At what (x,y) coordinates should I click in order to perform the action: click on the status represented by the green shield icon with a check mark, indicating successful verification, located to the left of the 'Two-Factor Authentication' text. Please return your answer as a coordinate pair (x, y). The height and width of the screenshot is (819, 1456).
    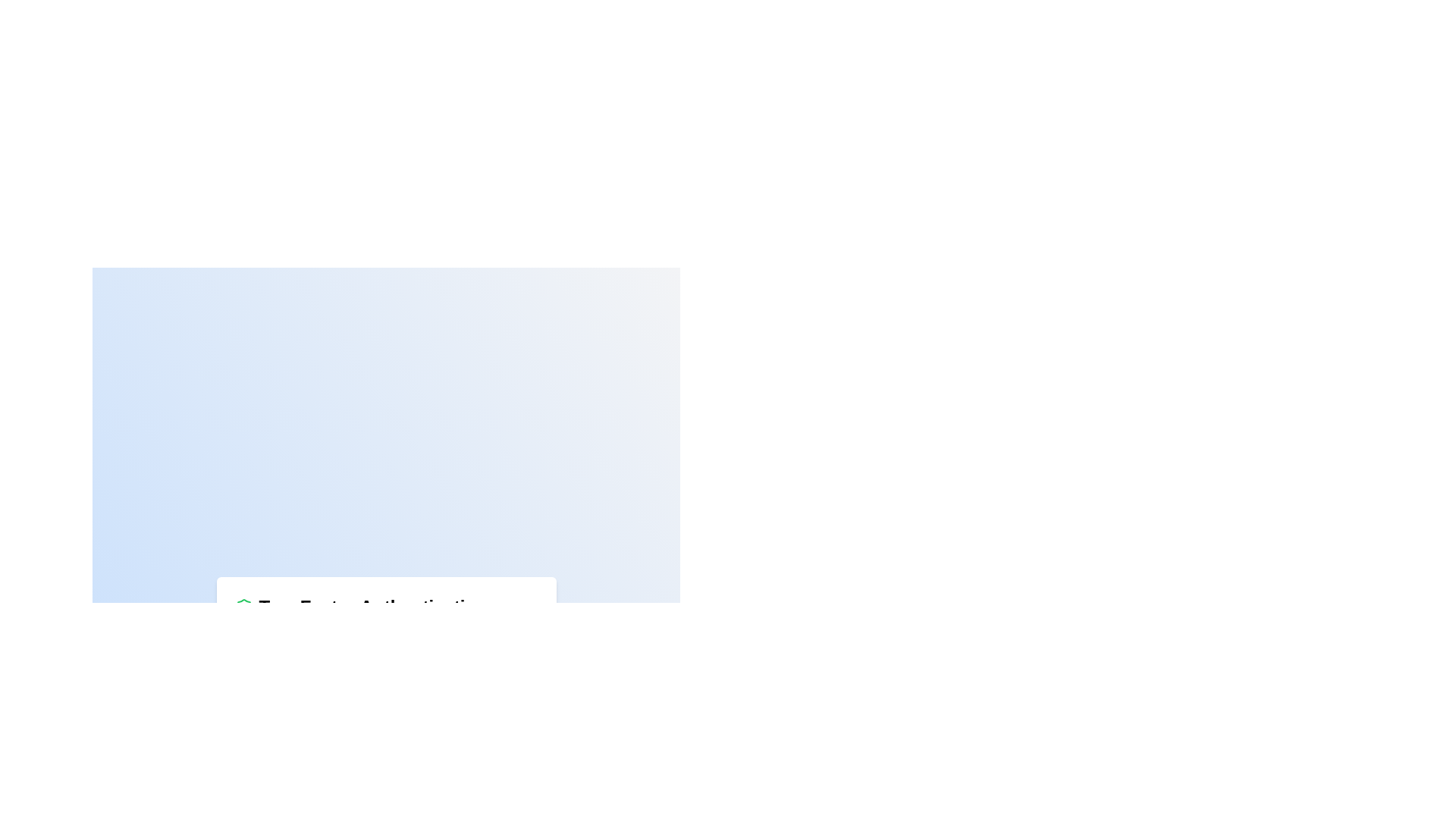
    Looking at the image, I should click on (243, 606).